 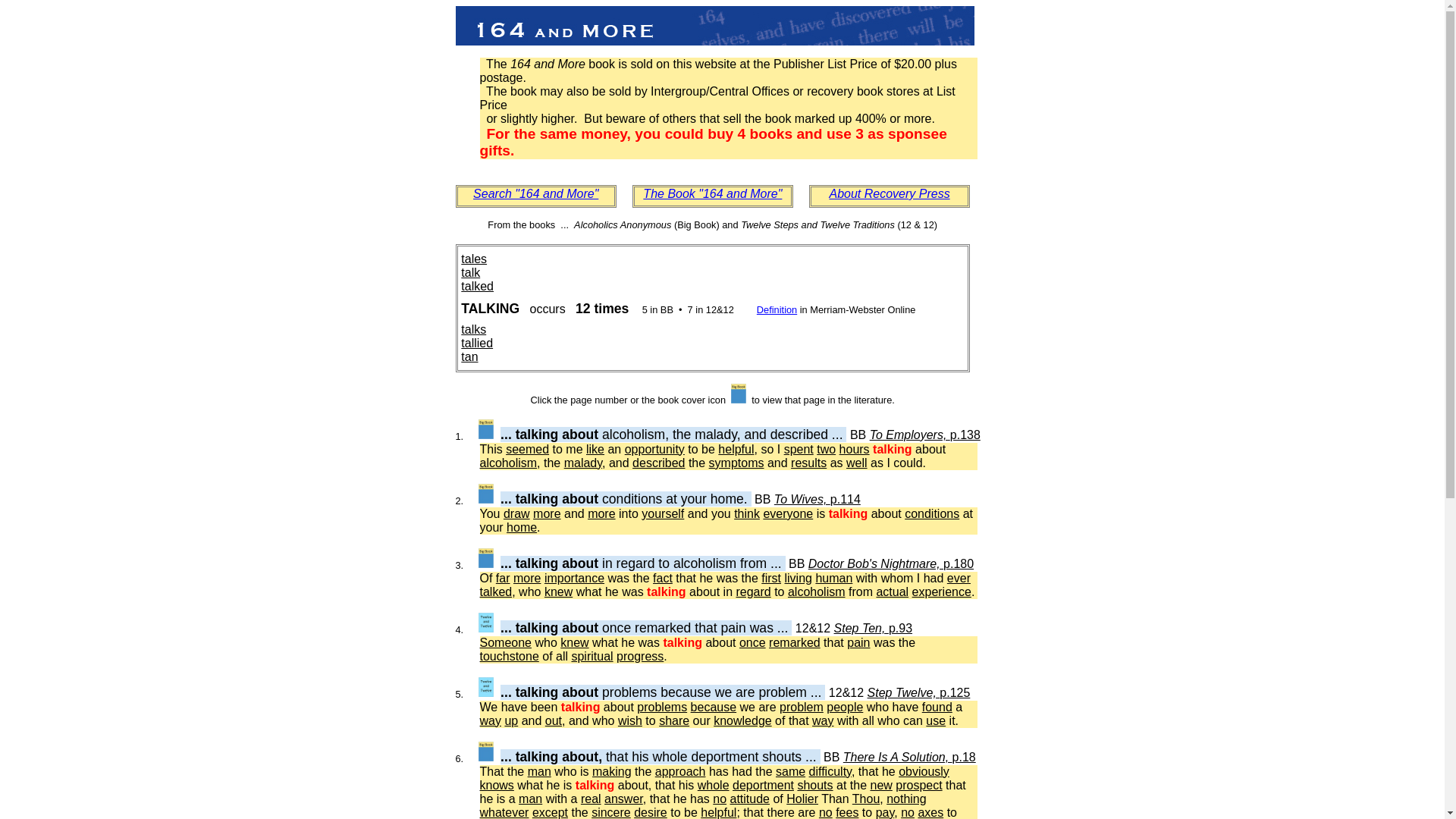 What do you see at coordinates (858, 642) in the screenshot?
I see `'pain'` at bounding box center [858, 642].